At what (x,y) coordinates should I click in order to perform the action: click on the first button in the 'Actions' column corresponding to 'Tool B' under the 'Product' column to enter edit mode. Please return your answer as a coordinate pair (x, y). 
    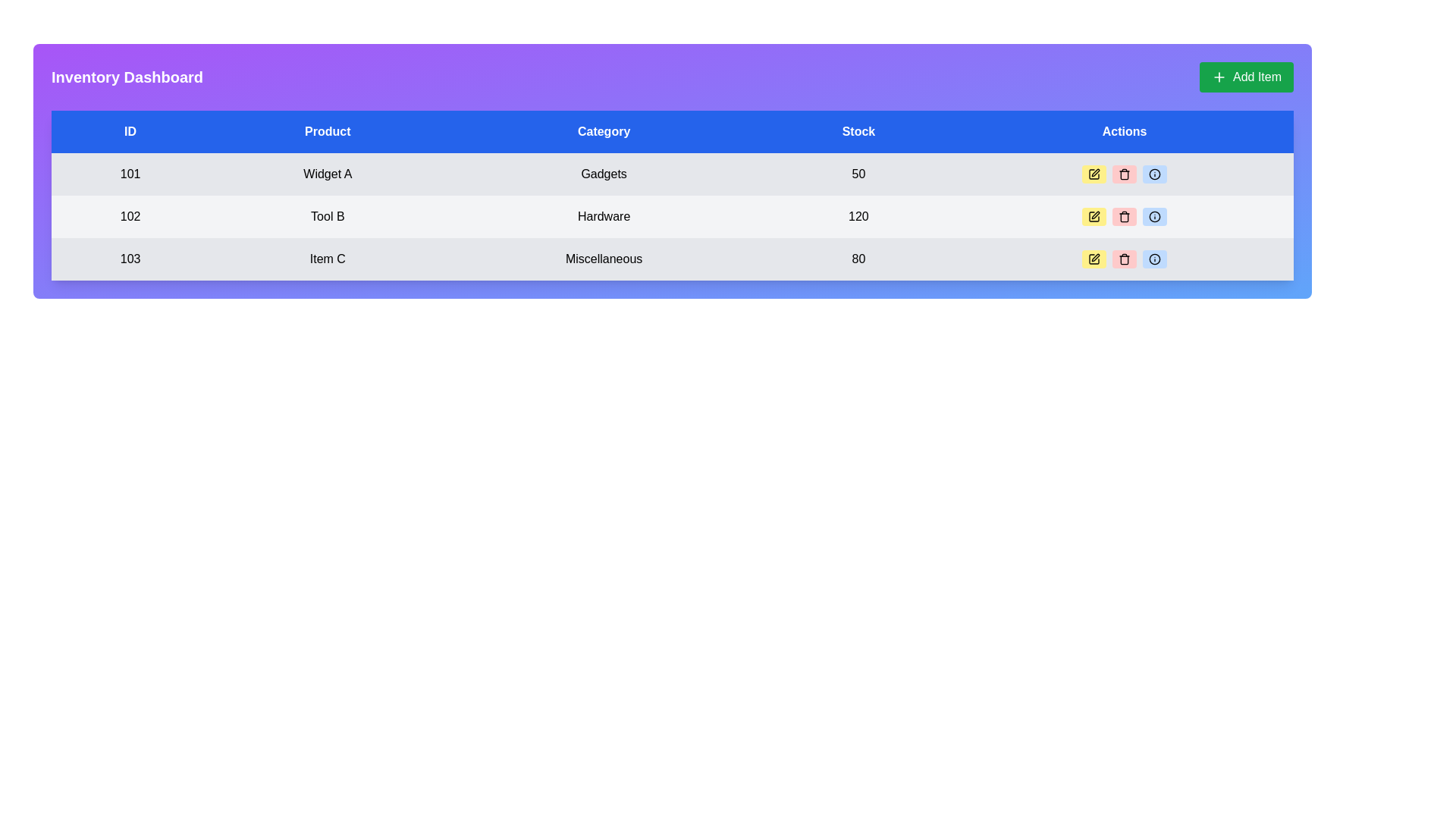
    Looking at the image, I should click on (1094, 216).